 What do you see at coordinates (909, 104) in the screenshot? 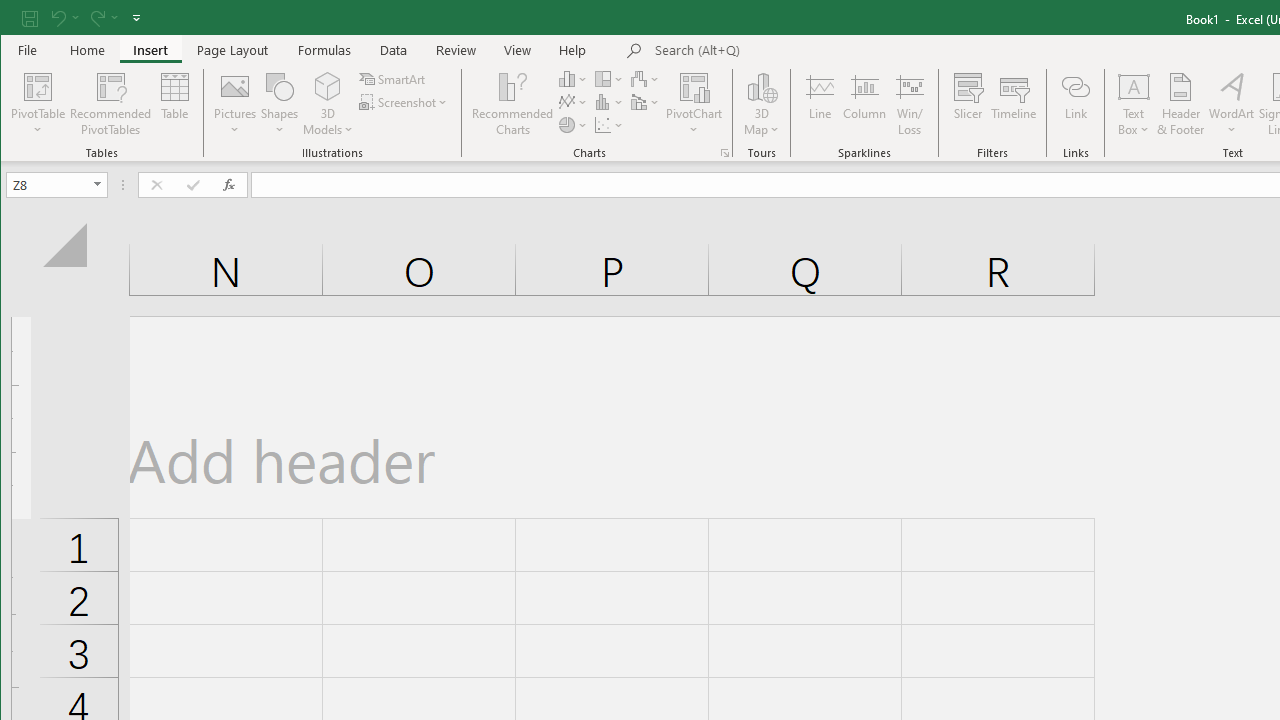
I see `'Win/Loss'` at bounding box center [909, 104].